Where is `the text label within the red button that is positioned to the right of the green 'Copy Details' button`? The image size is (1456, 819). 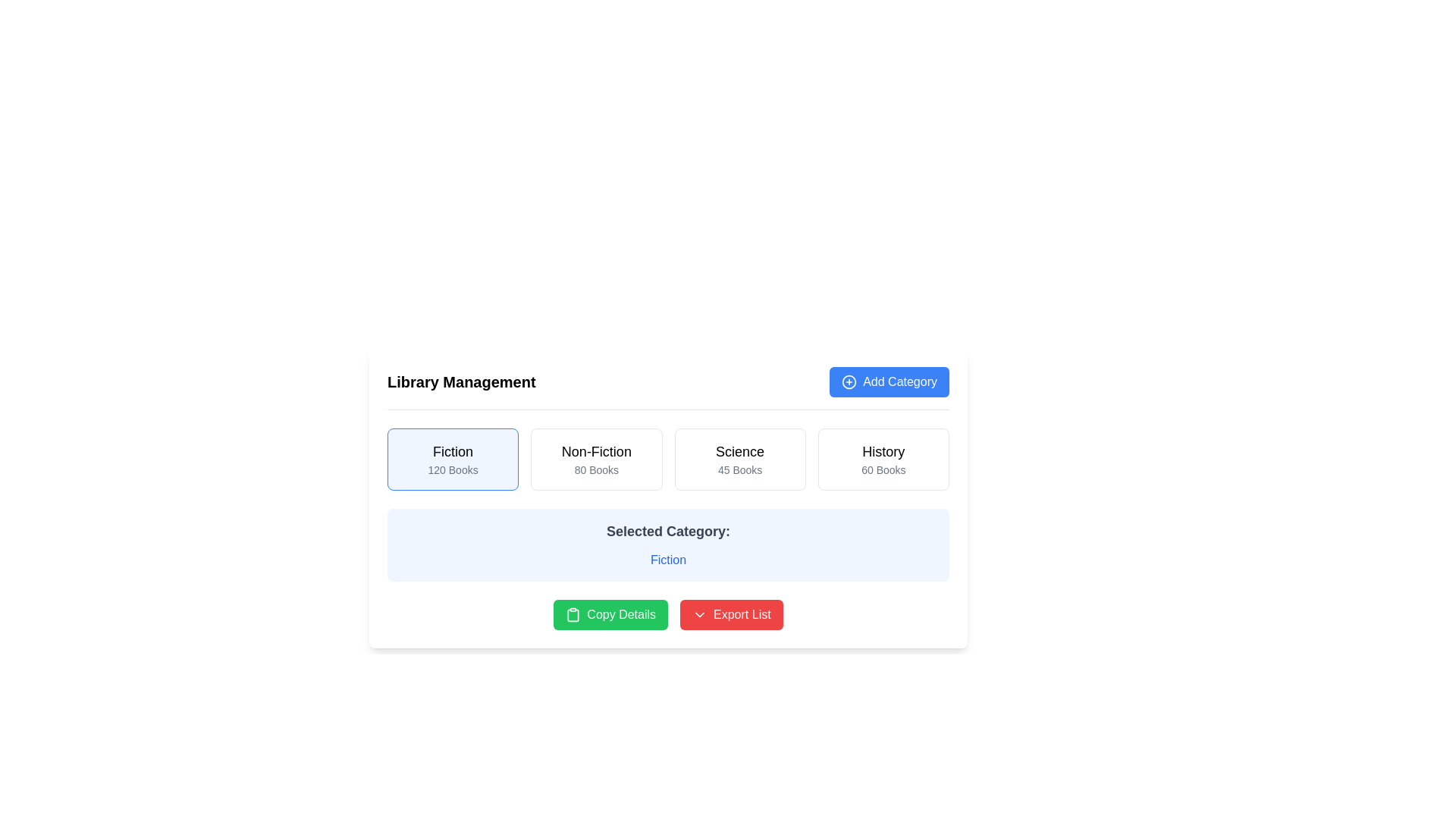
the text label within the red button that is positioned to the right of the green 'Copy Details' button is located at coordinates (742, 614).